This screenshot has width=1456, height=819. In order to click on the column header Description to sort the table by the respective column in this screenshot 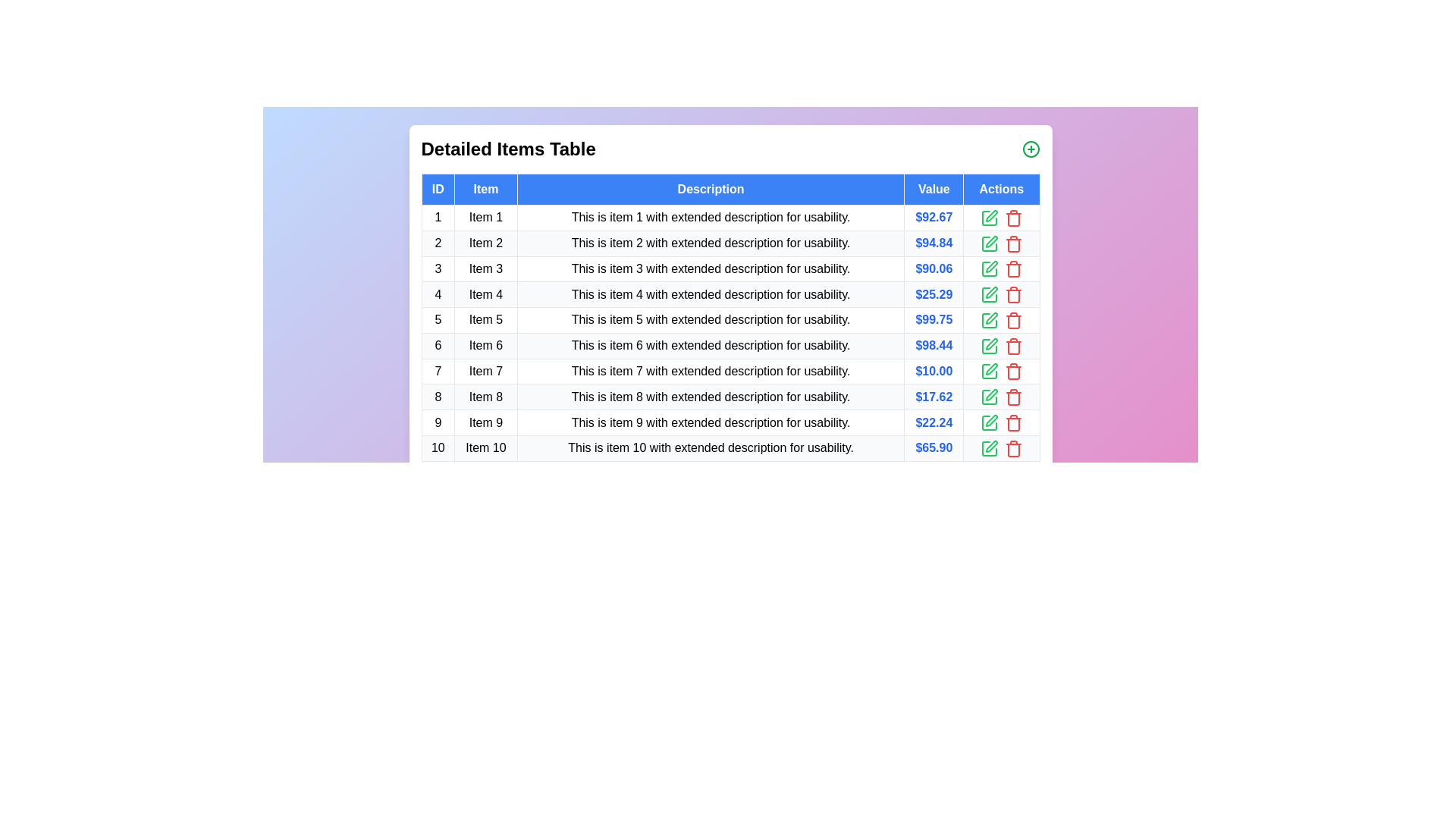, I will do `click(709, 189)`.